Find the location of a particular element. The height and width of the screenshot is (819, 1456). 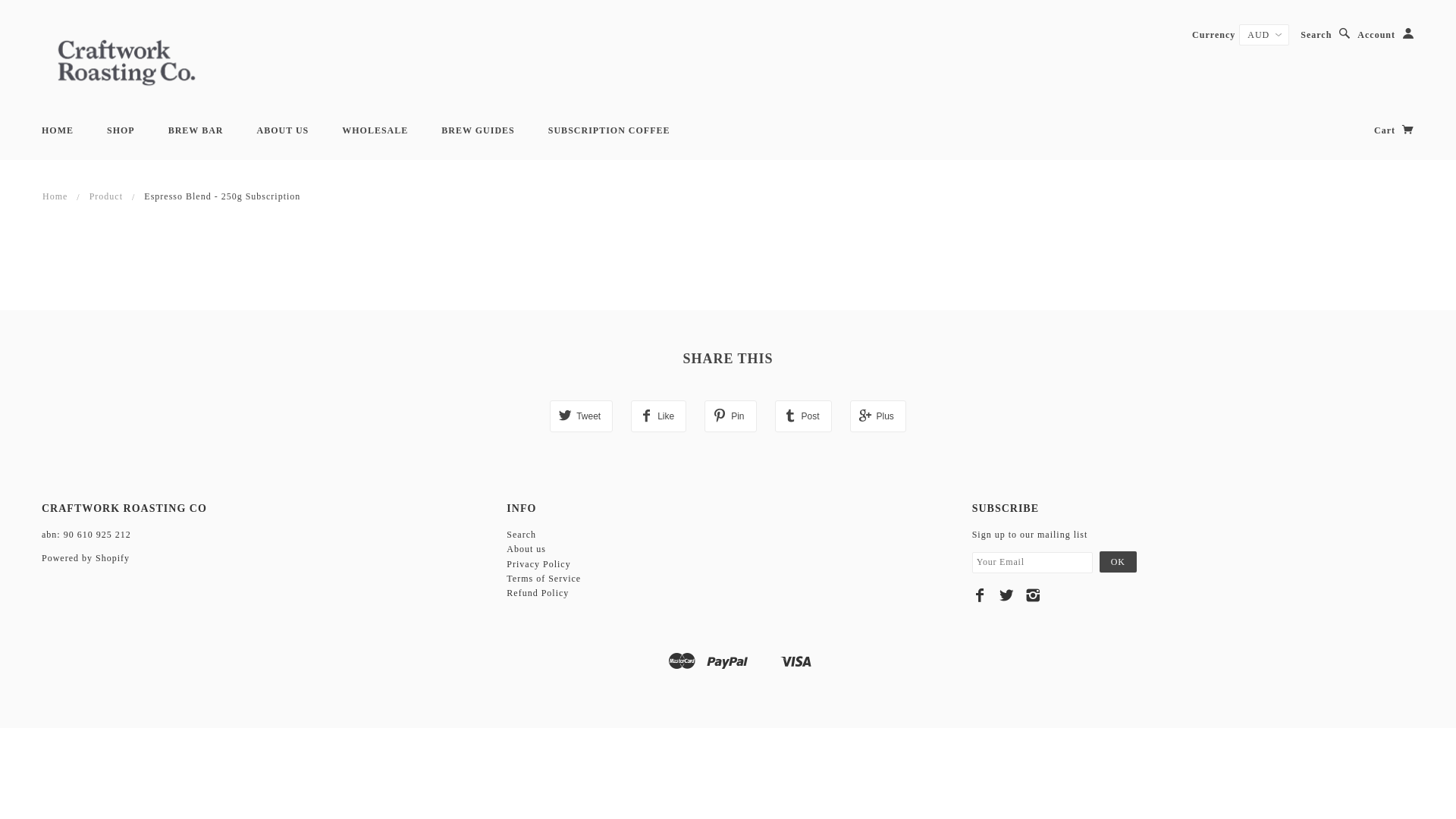

'OK' is located at coordinates (1118, 561).